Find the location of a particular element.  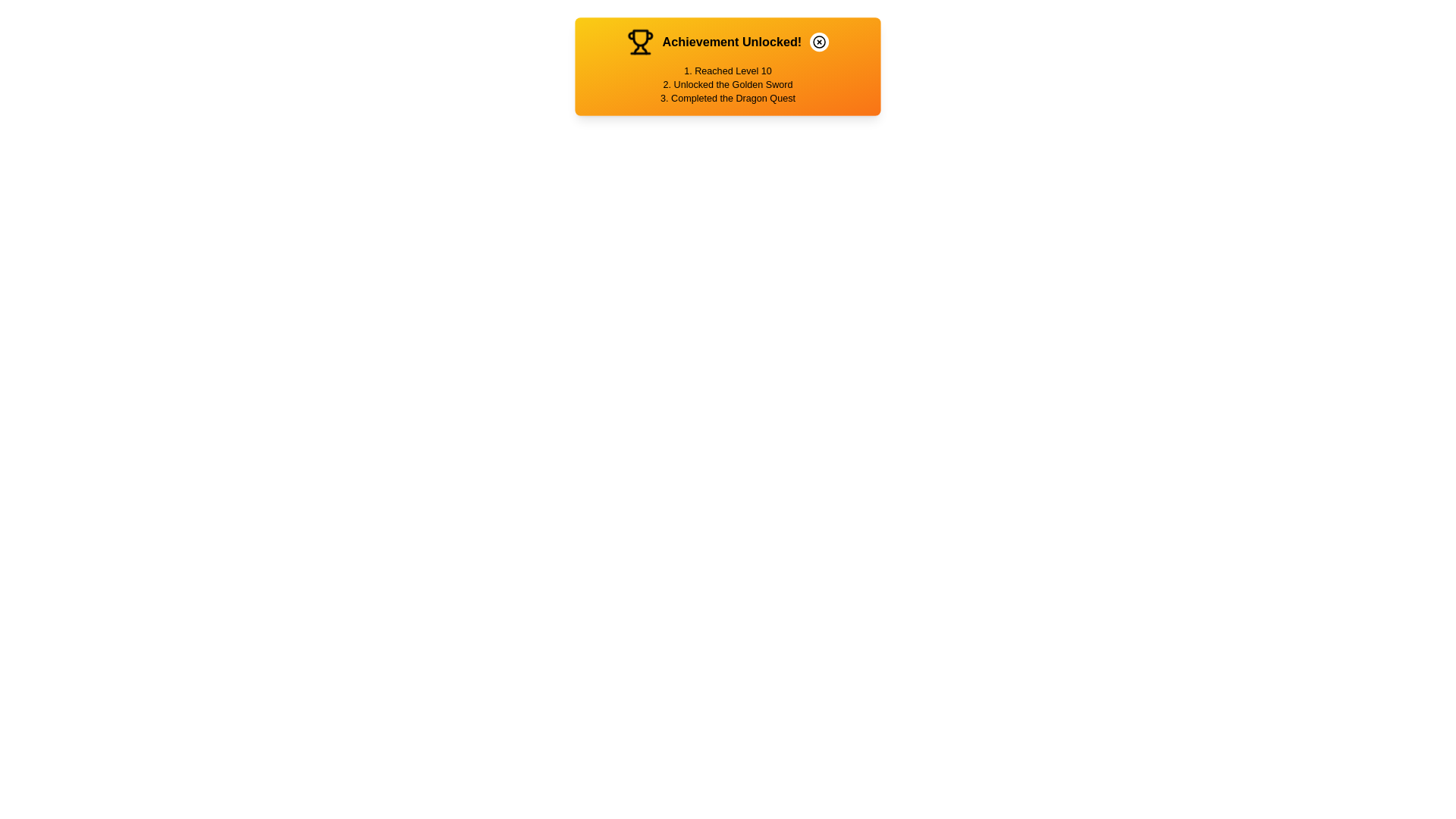

the close button to dismiss the alert is located at coordinates (818, 41).